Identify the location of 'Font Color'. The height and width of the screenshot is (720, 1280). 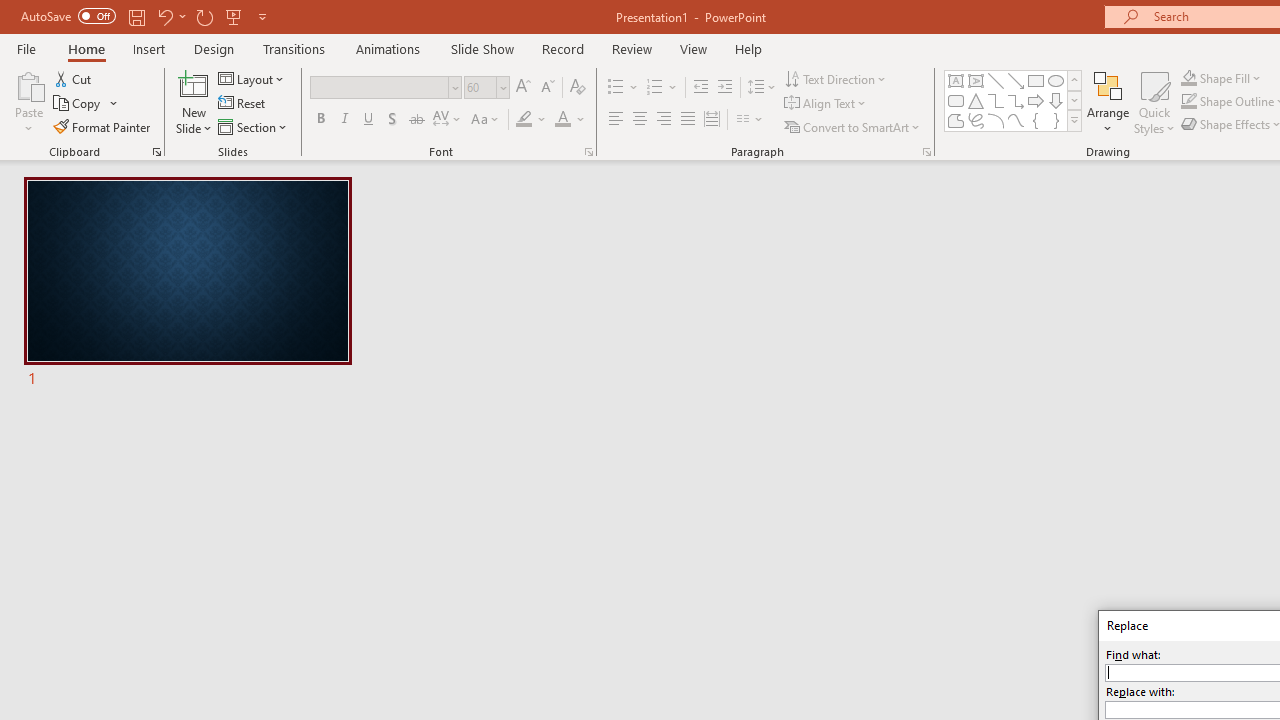
(569, 119).